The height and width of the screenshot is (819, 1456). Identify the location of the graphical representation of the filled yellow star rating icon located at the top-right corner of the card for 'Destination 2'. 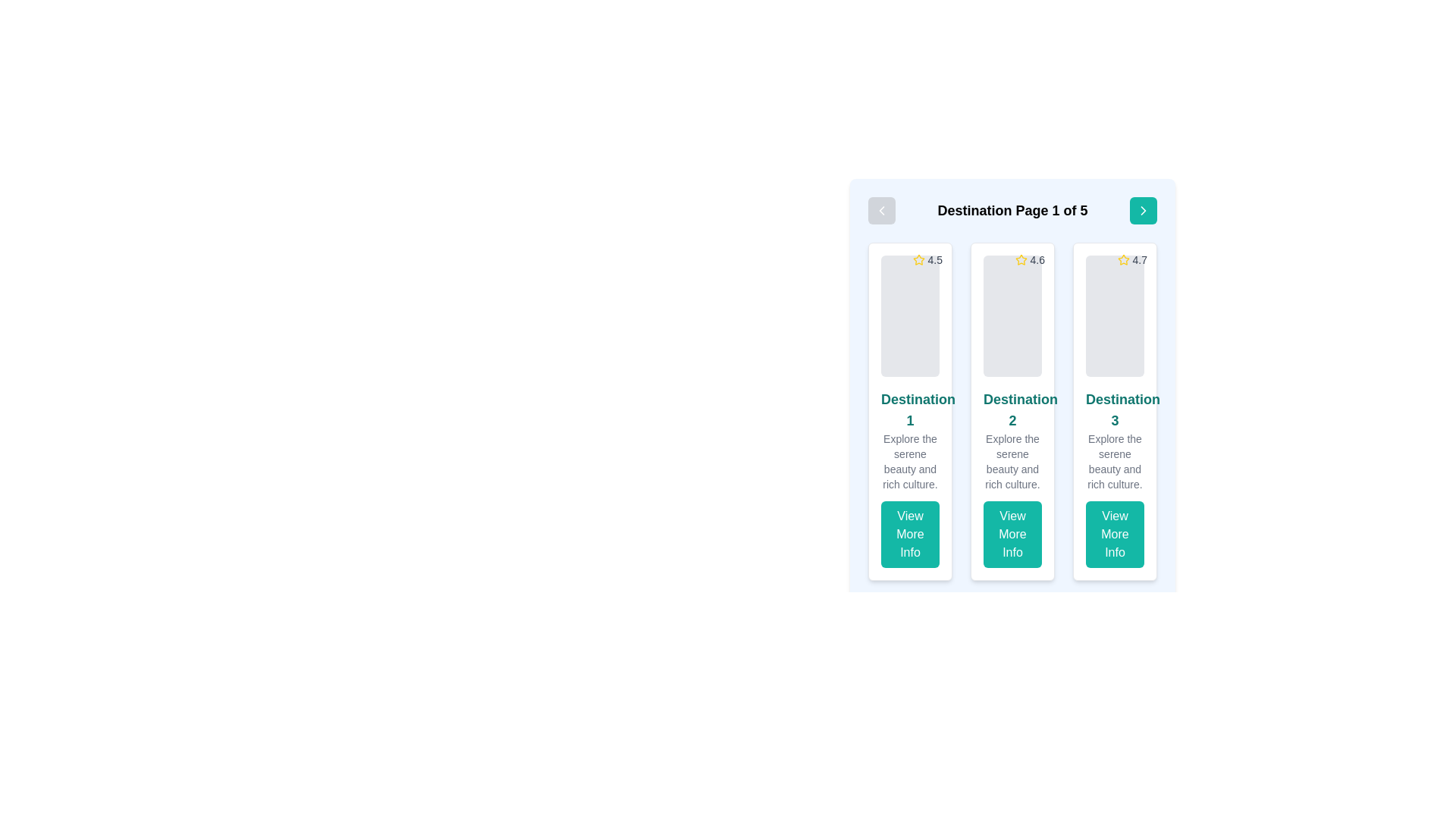
(1021, 259).